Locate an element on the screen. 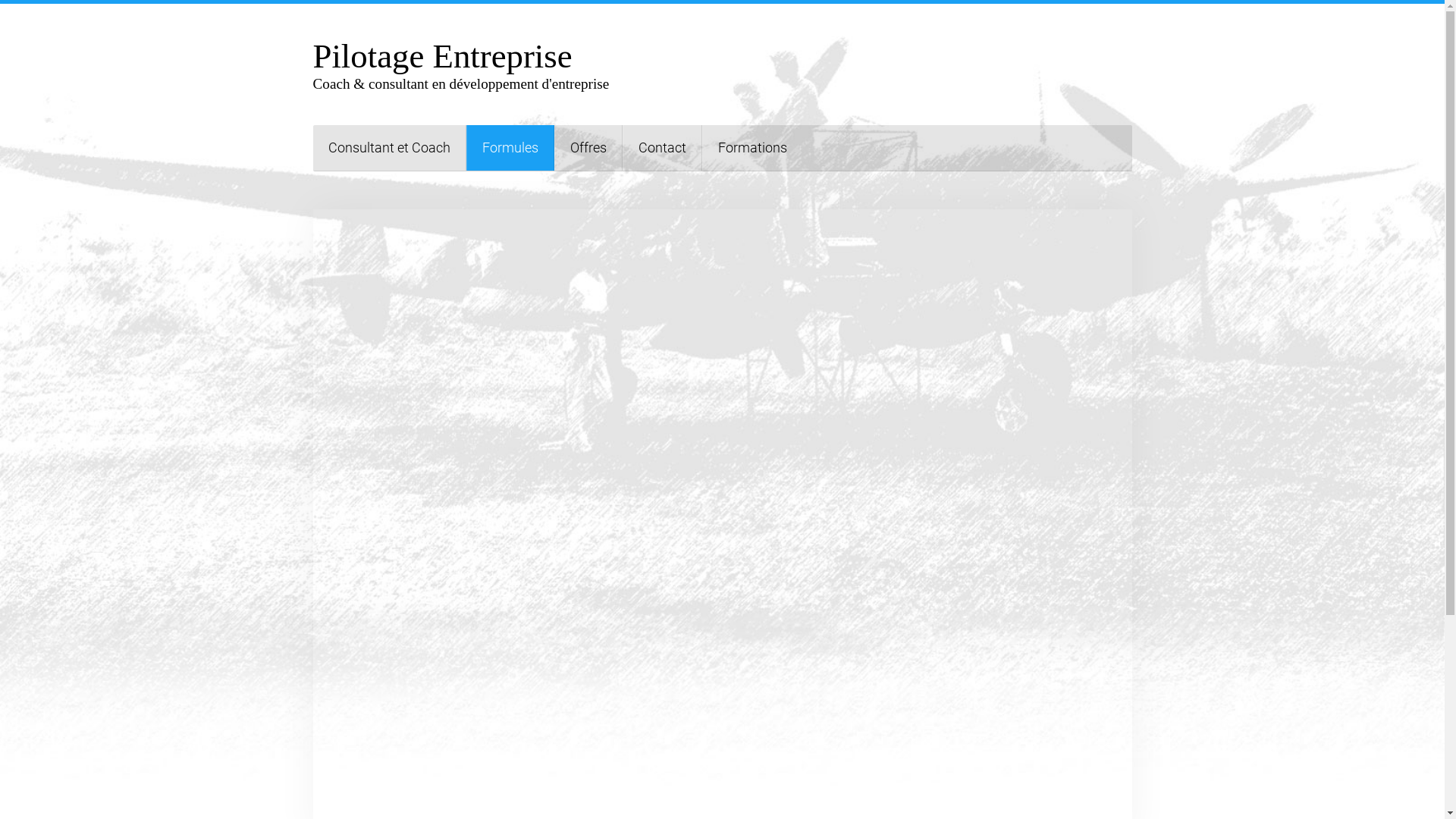 This screenshot has height=819, width=1456. 'Consultant et Coach' is located at coordinates (389, 148).